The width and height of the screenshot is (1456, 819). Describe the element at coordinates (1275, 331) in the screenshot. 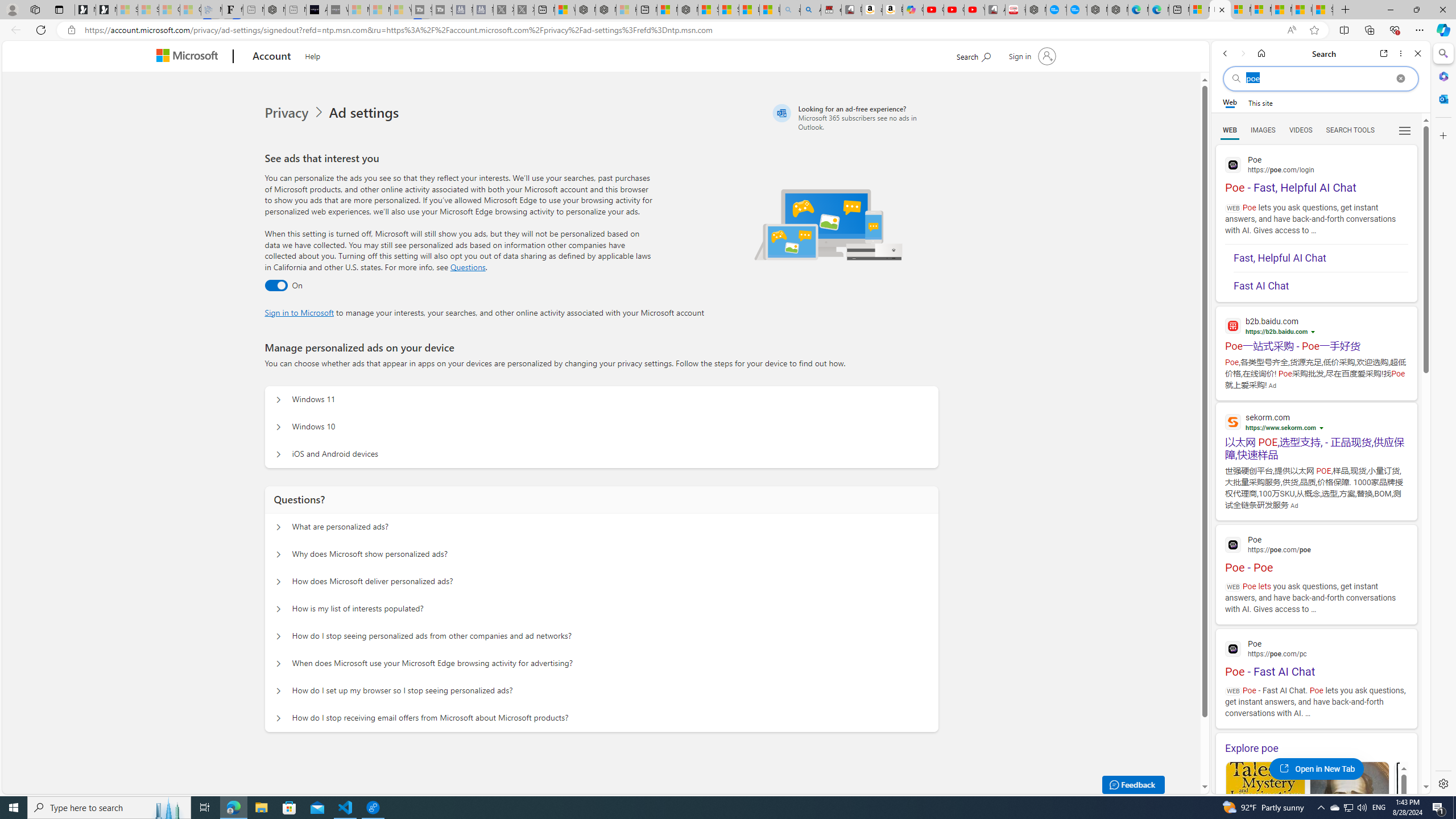

I see `'https://b2b.baidu.com'` at that location.